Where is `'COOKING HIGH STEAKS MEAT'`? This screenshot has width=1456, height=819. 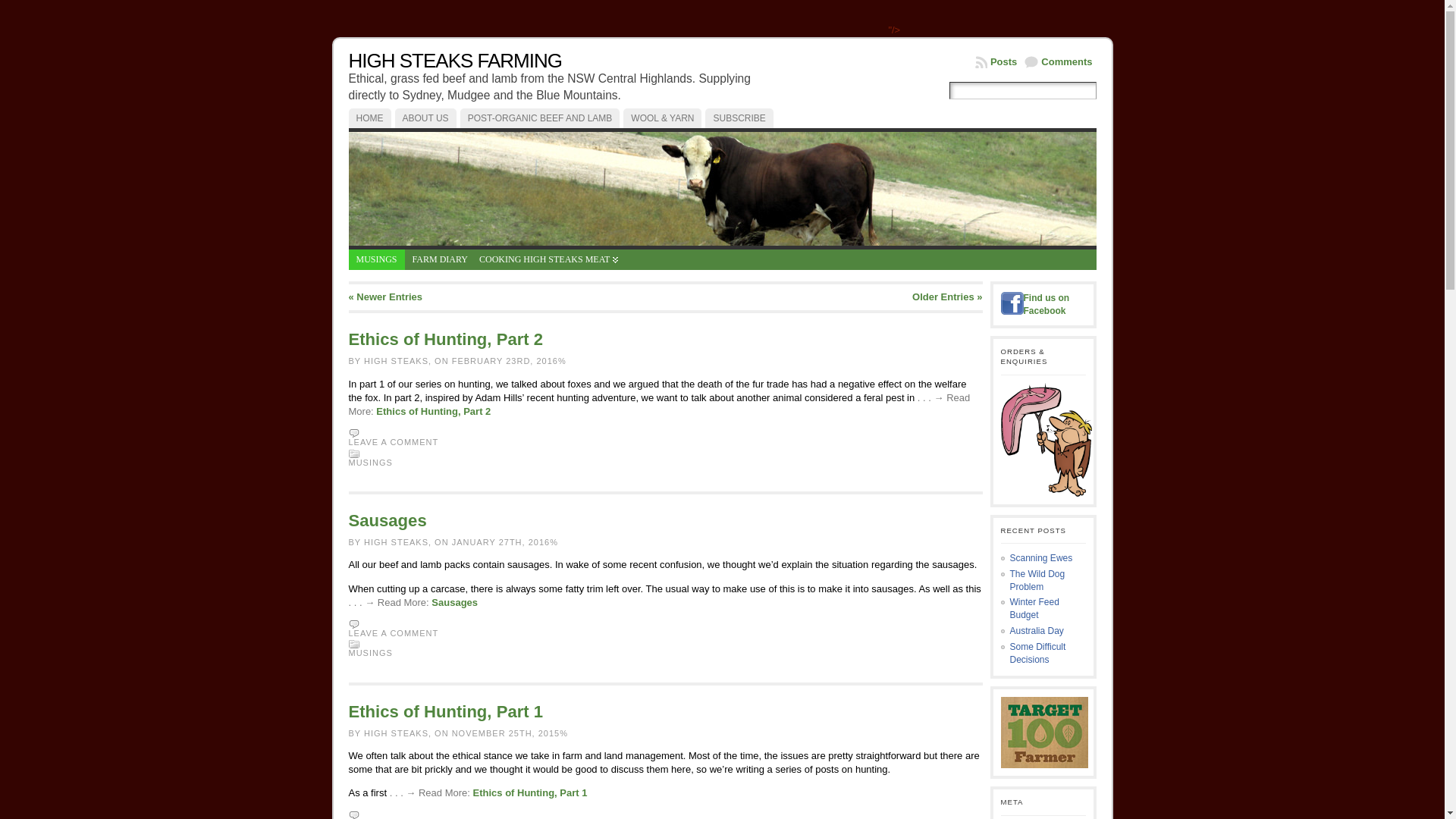
'COOKING HIGH STEAKS MEAT' is located at coordinates (548, 259).